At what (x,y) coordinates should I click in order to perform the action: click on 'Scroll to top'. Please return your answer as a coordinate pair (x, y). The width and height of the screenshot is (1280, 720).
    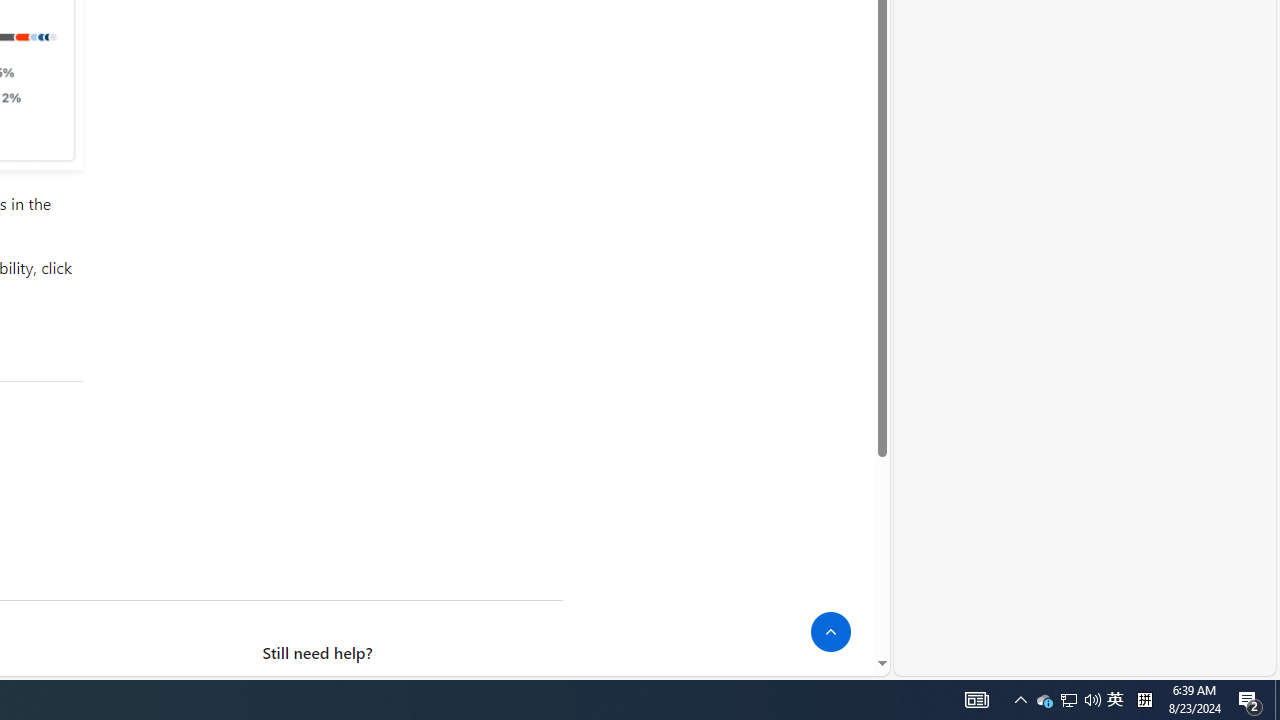
    Looking at the image, I should click on (831, 632).